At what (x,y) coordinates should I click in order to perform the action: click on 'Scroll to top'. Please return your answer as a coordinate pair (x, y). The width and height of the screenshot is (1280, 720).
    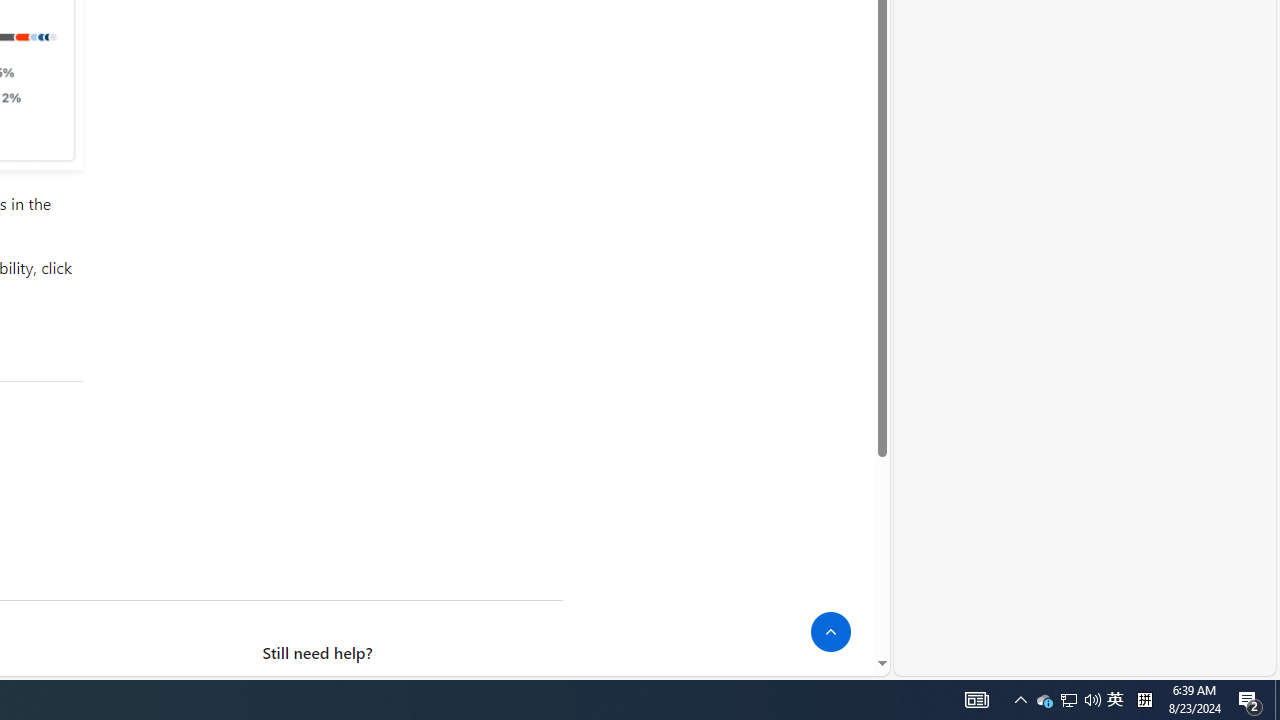
    Looking at the image, I should click on (831, 632).